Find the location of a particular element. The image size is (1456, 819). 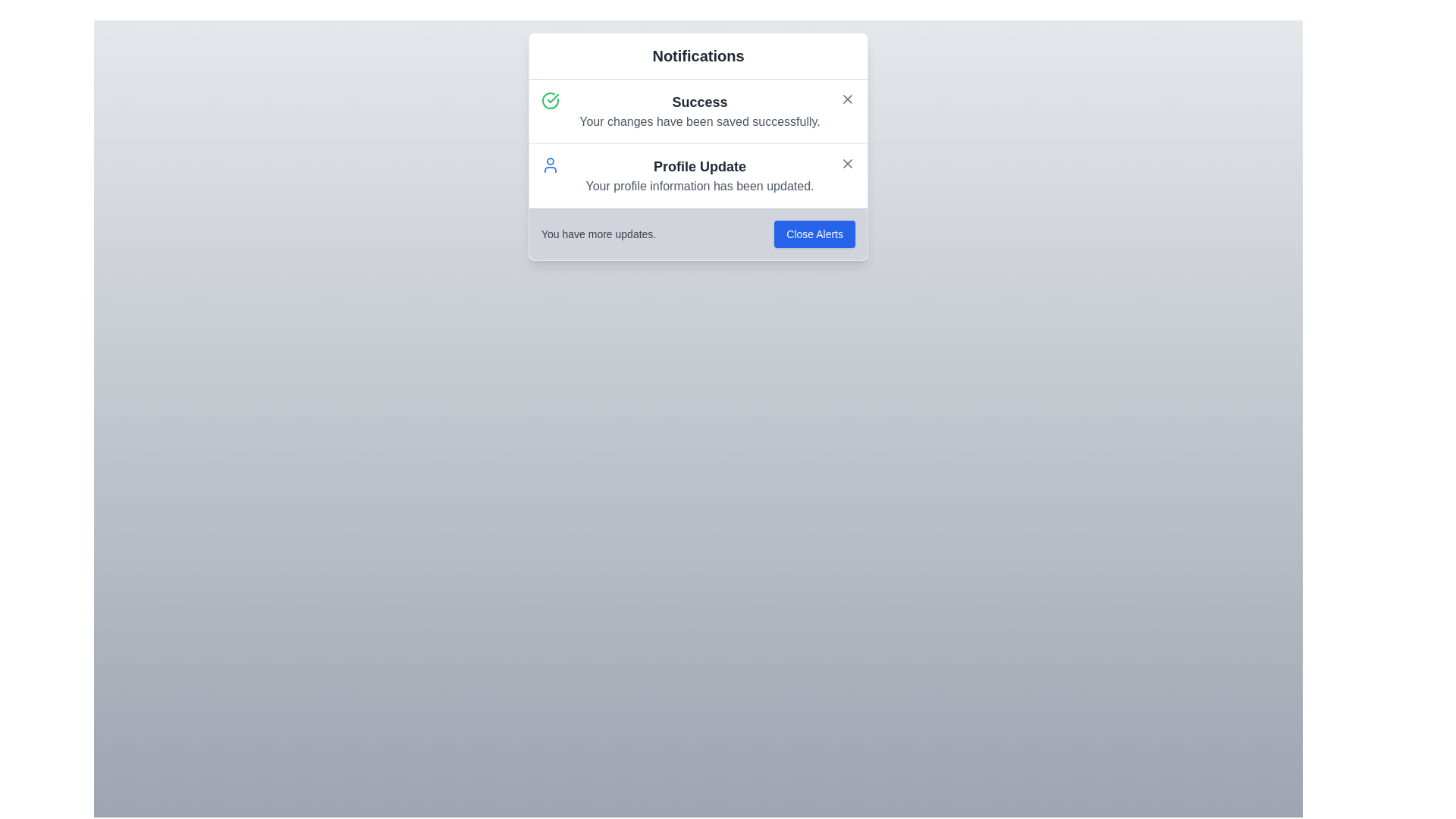

close button for the notification with title Success is located at coordinates (847, 99).